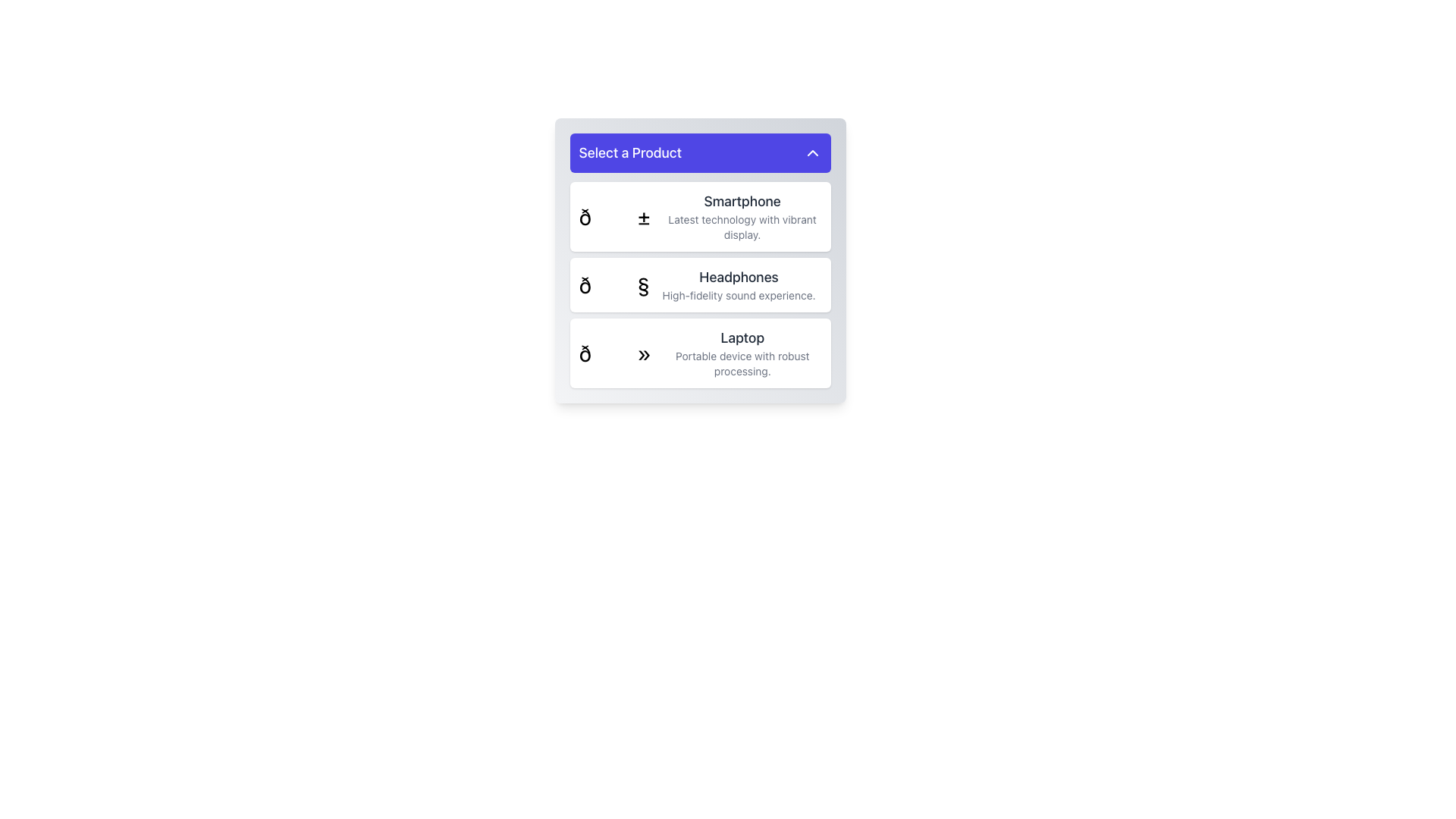 This screenshot has height=819, width=1456. Describe the element at coordinates (742, 337) in the screenshot. I see `text label indicating the title of the Laptop item in the product selection list, located at the center of the third item in a vertical list structure` at that location.